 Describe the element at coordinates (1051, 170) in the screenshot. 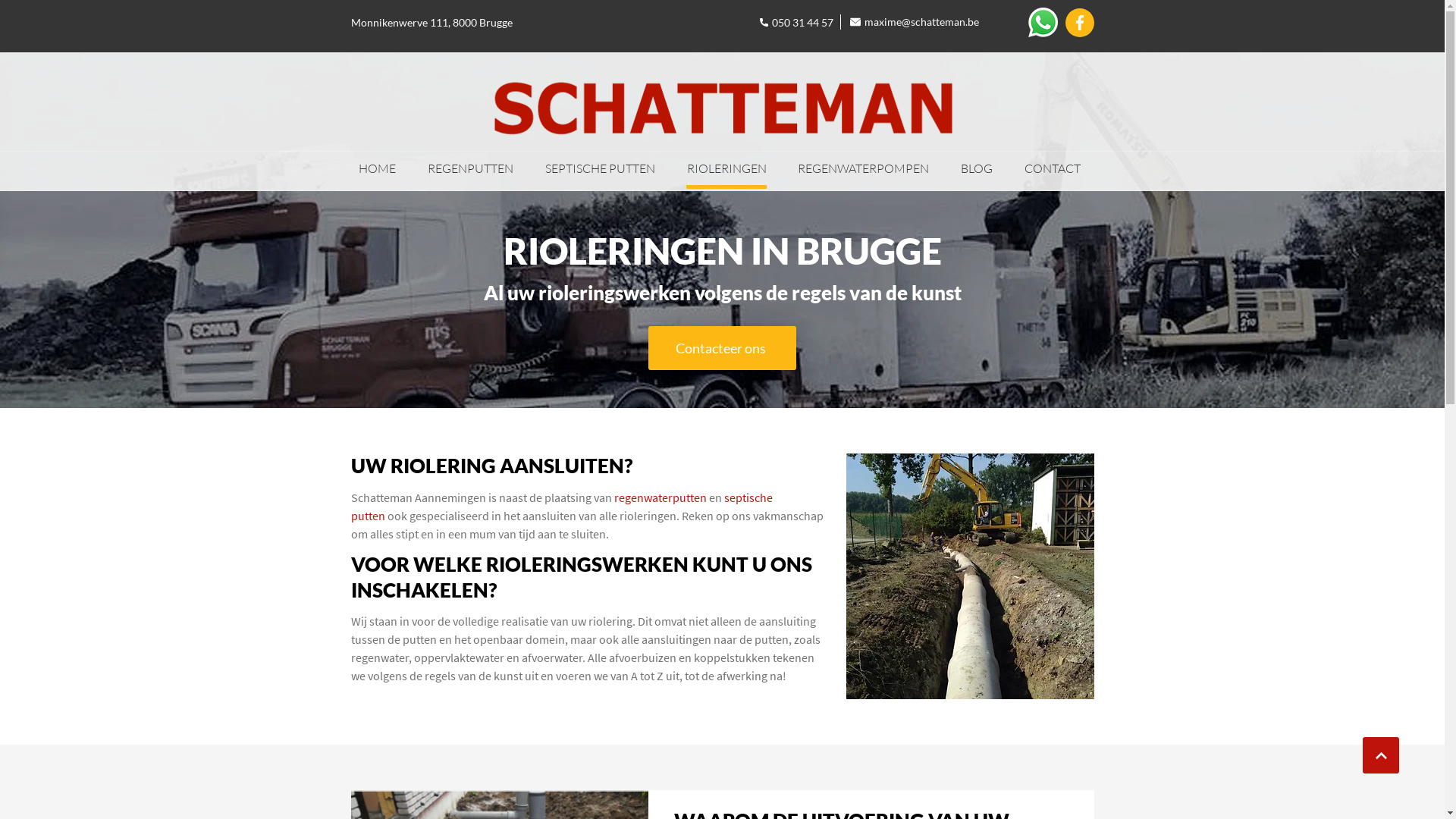

I see `'CONTACT'` at that location.